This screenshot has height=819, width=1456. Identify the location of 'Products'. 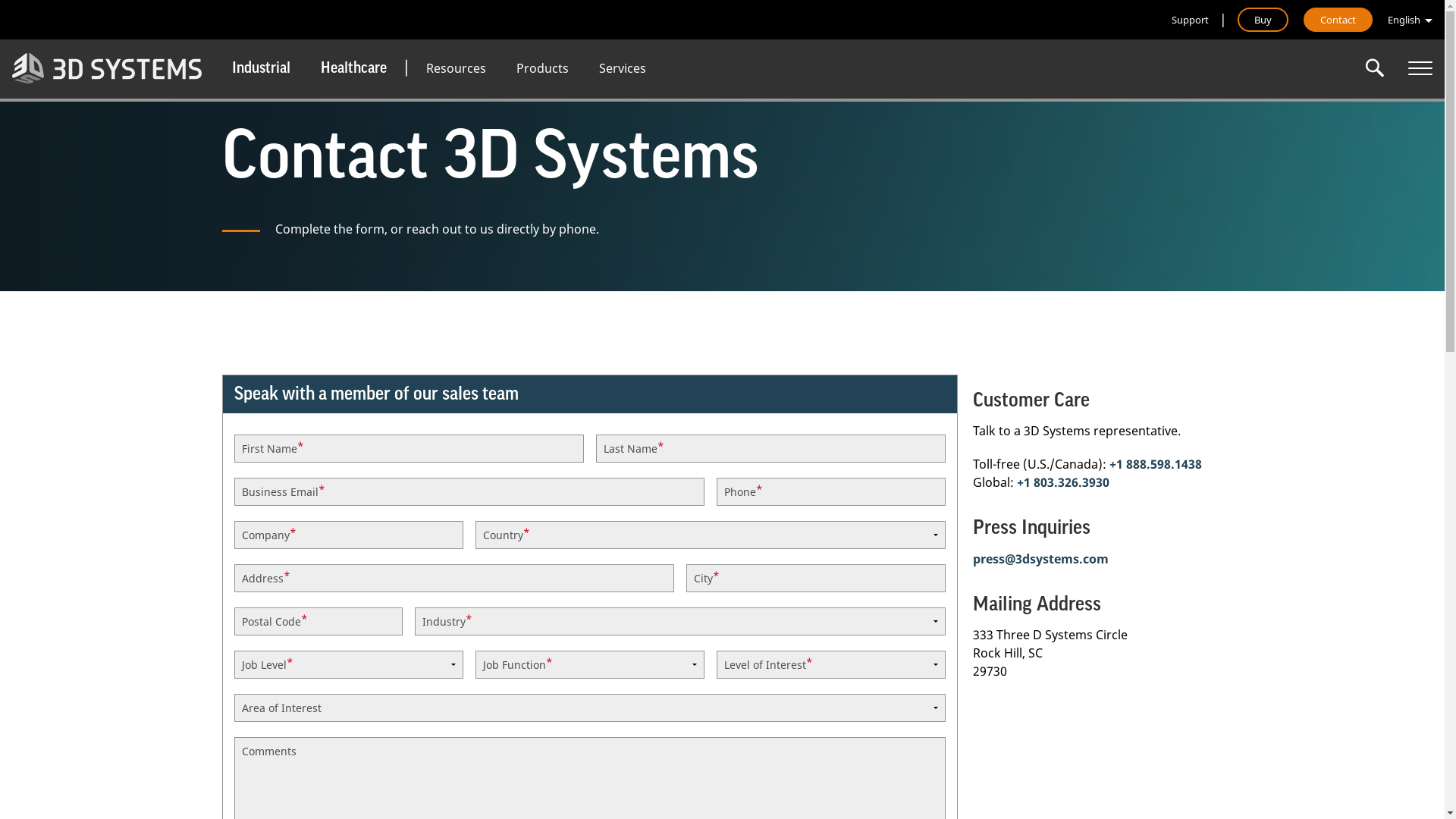
(542, 67).